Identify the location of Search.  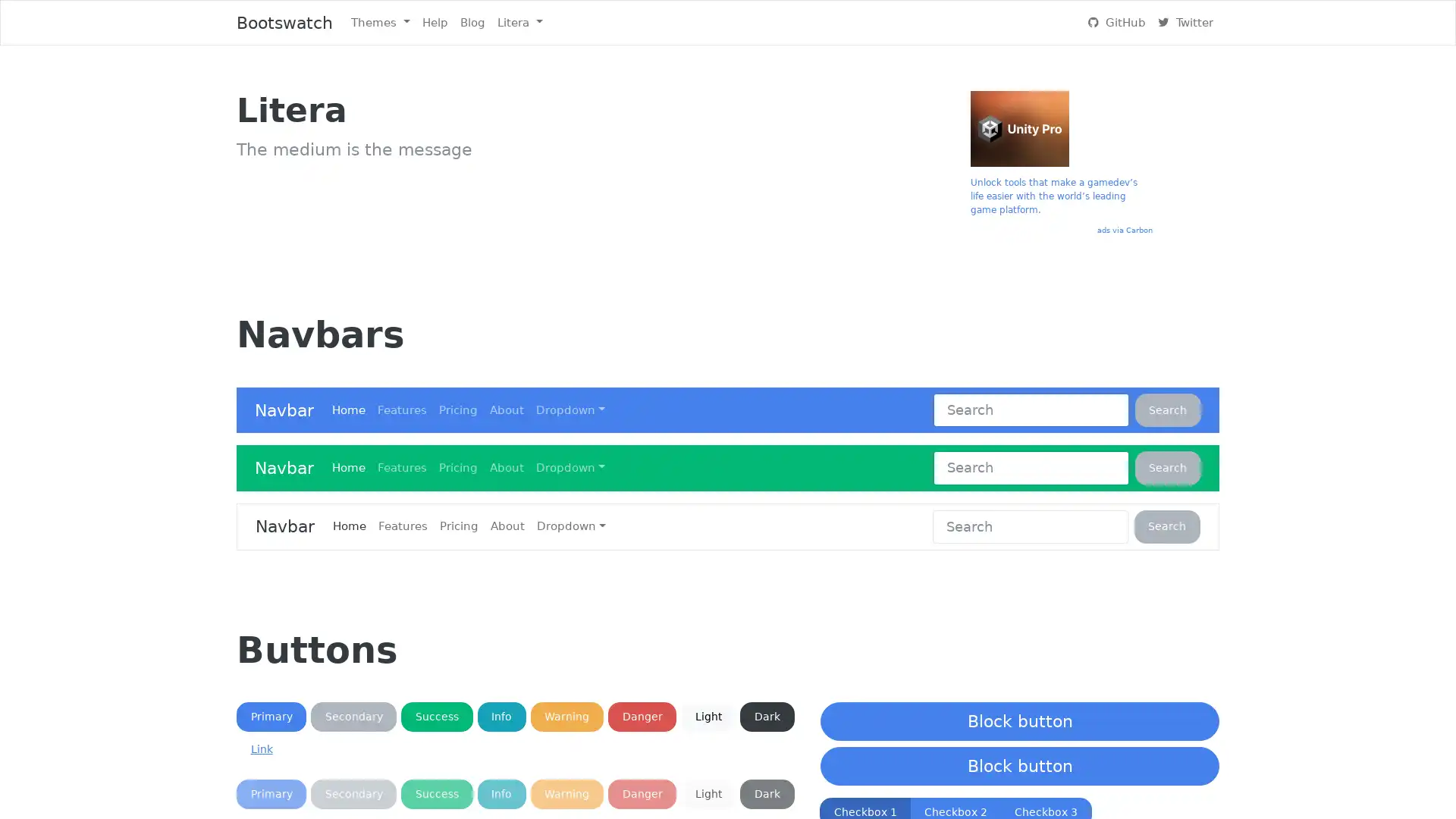
(1166, 526).